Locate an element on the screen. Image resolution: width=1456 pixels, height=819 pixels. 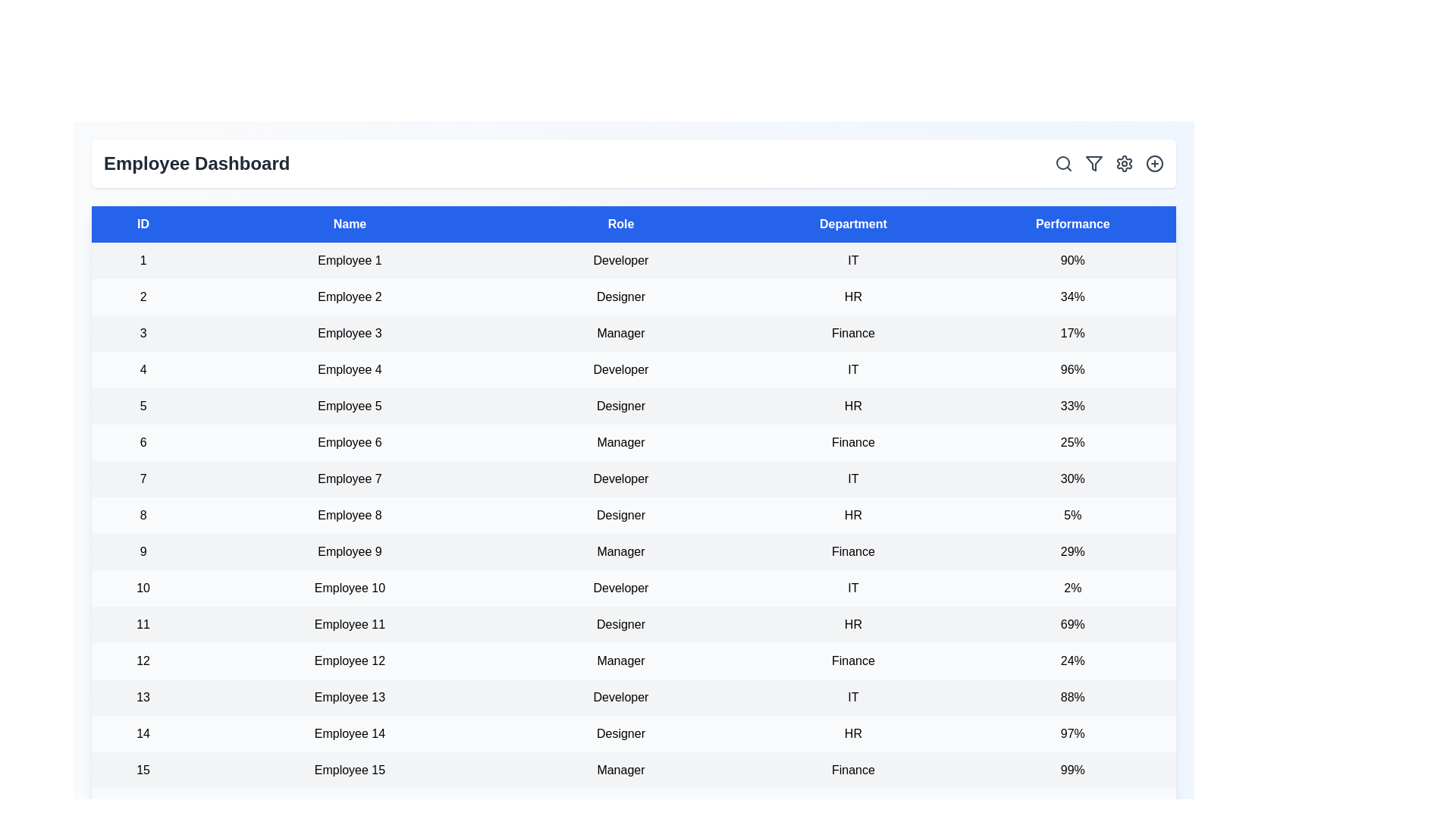
the filter icon to open the filter options is located at coordinates (1094, 164).